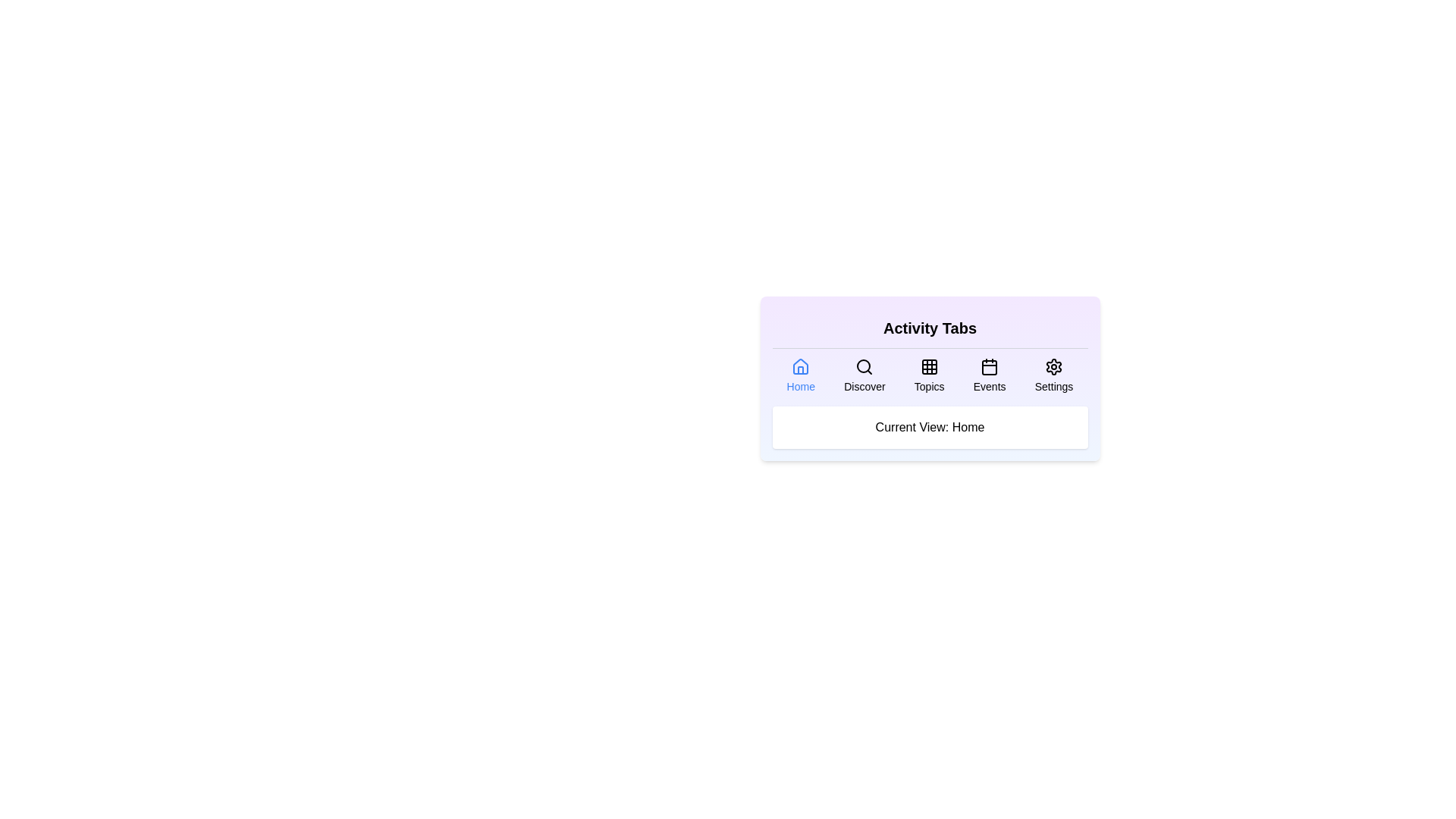  What do you see at coordinates (1053, 375) in the screenshot?
I see `the tab icon corresponding to Settings` at bounding box center [1053, 375].